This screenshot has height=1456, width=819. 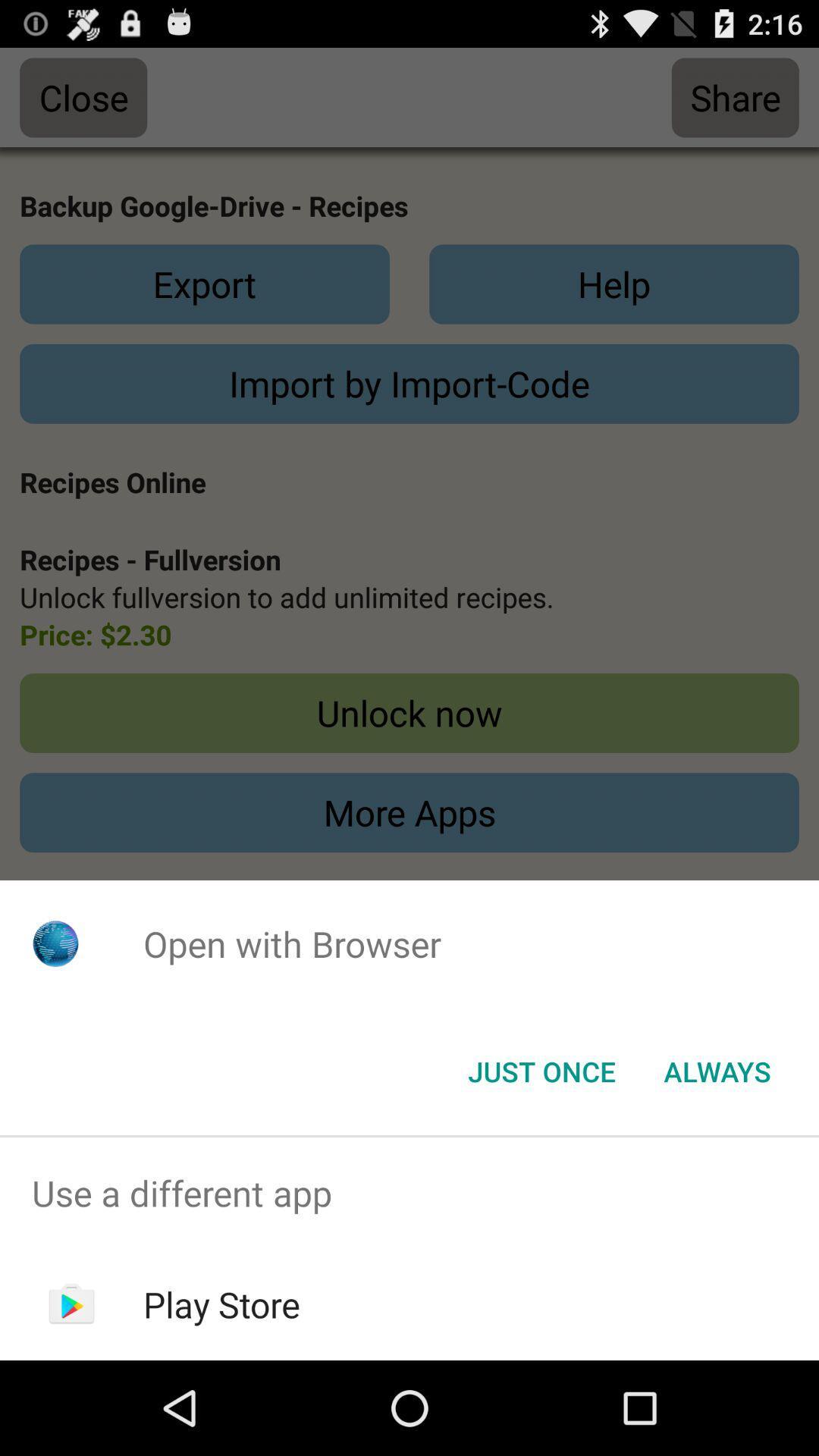 What do you see at coordinates (409, 1192) in the screenshot?
I see `icon above the play store` at bounding box center [409, 1192].